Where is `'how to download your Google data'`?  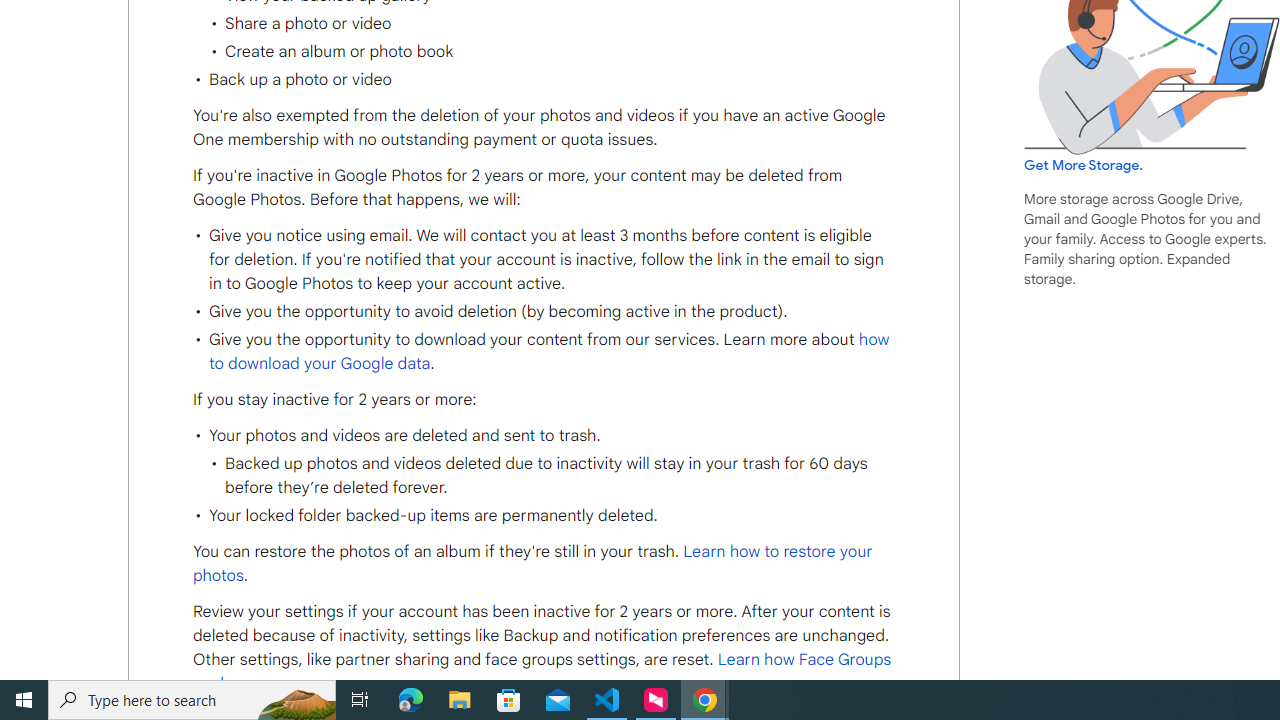
'how to download your Google data' is located at coordinates (549, 350).